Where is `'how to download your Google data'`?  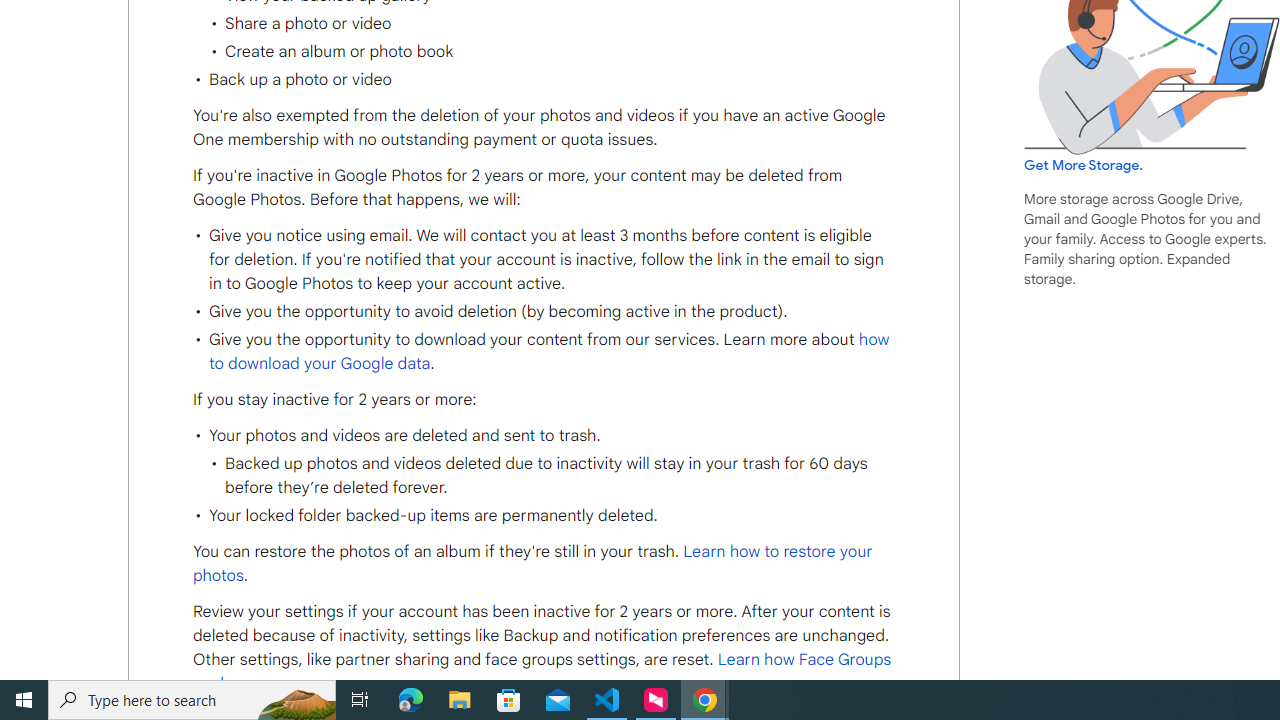
'how to download your Google data' is located at coordinates (549, 350).